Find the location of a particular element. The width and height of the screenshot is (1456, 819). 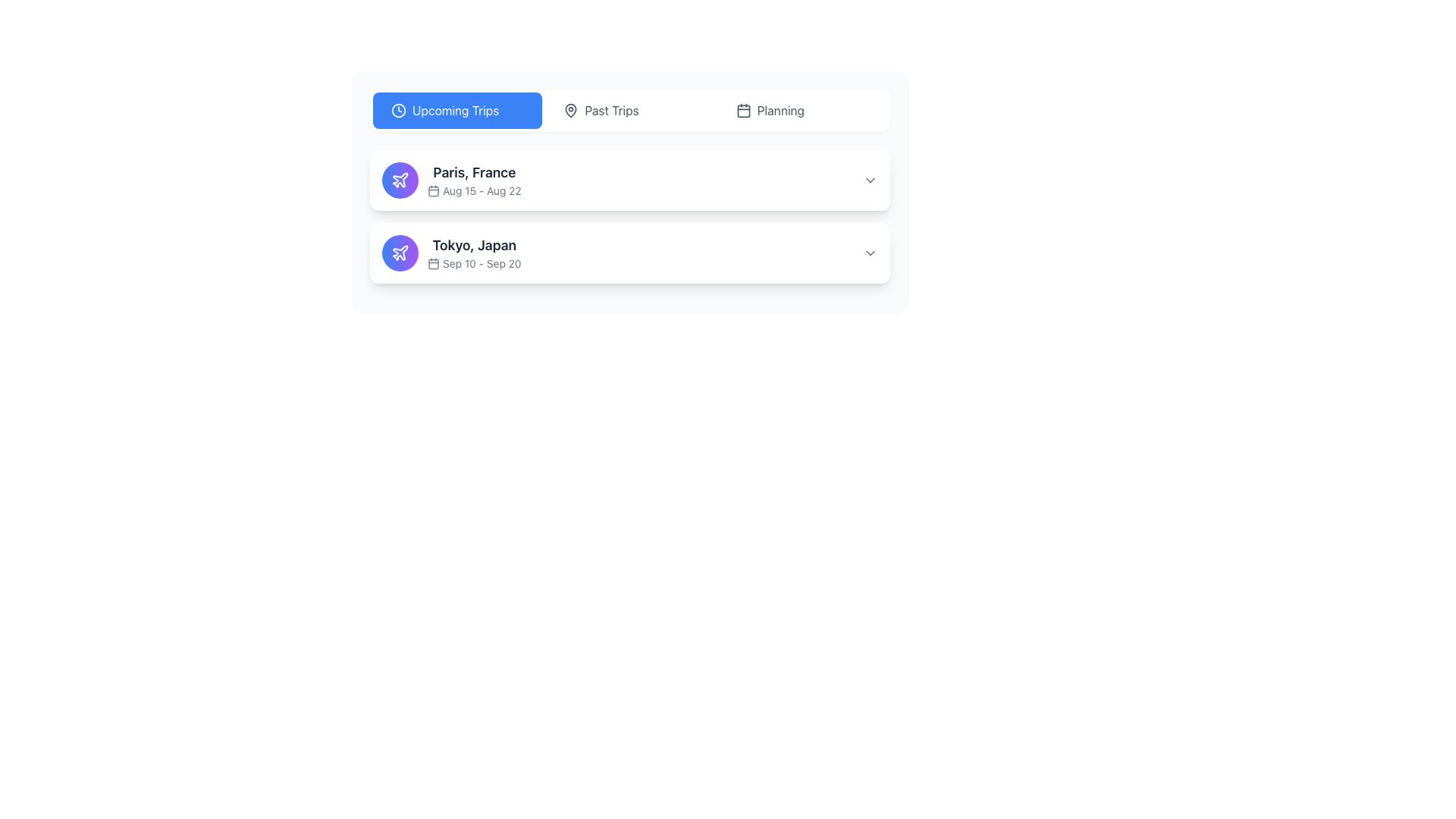

the first Informational Card representing a trip to Paris, France is located at coordinates (629, 180).